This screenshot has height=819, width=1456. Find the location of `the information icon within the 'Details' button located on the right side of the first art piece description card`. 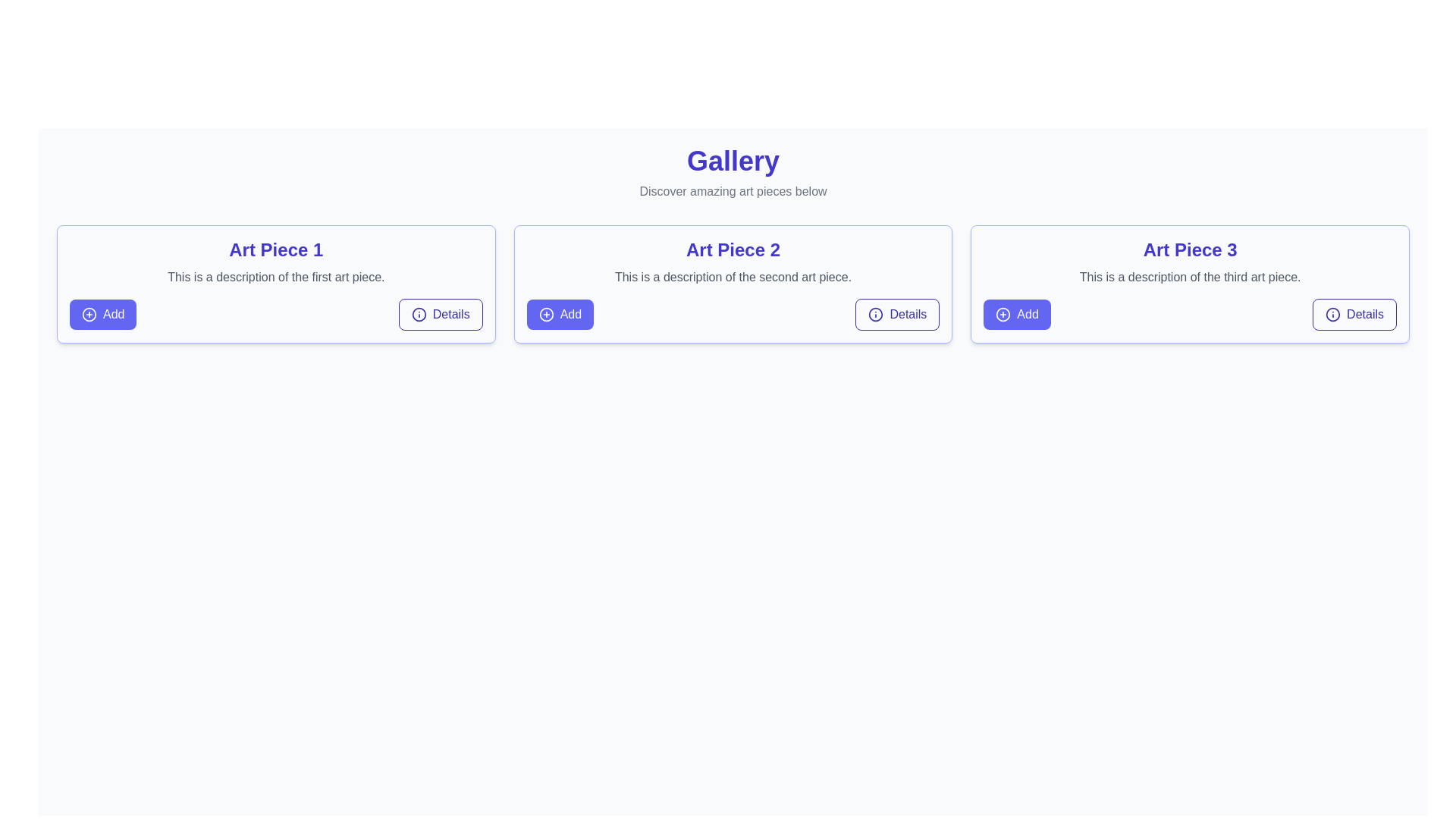

the information icon within the 'Details' button located on the right side of the first art piece description card is located at coordinates (419, 314).